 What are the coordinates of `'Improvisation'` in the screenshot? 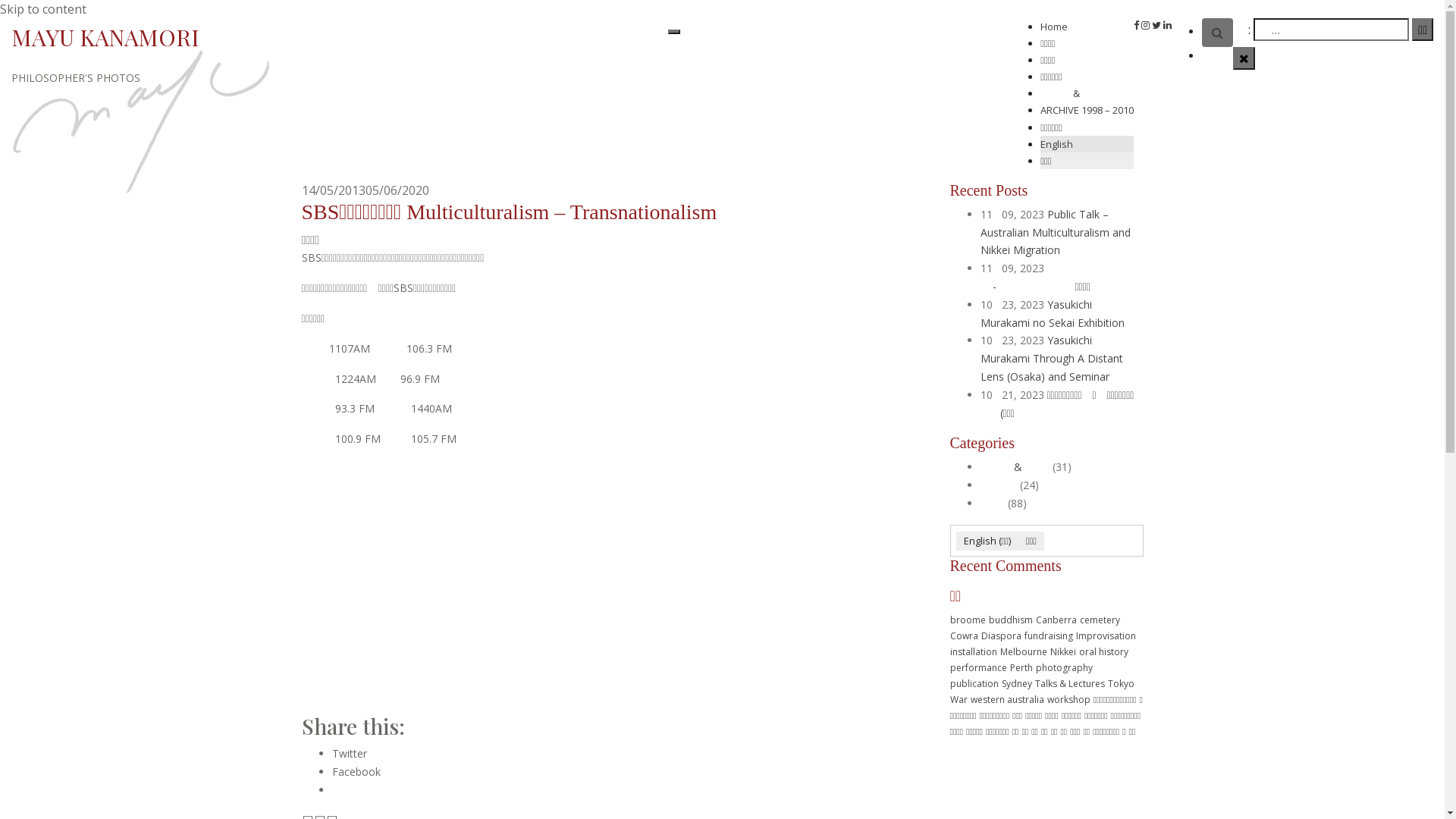 It's located at (1105, 635).